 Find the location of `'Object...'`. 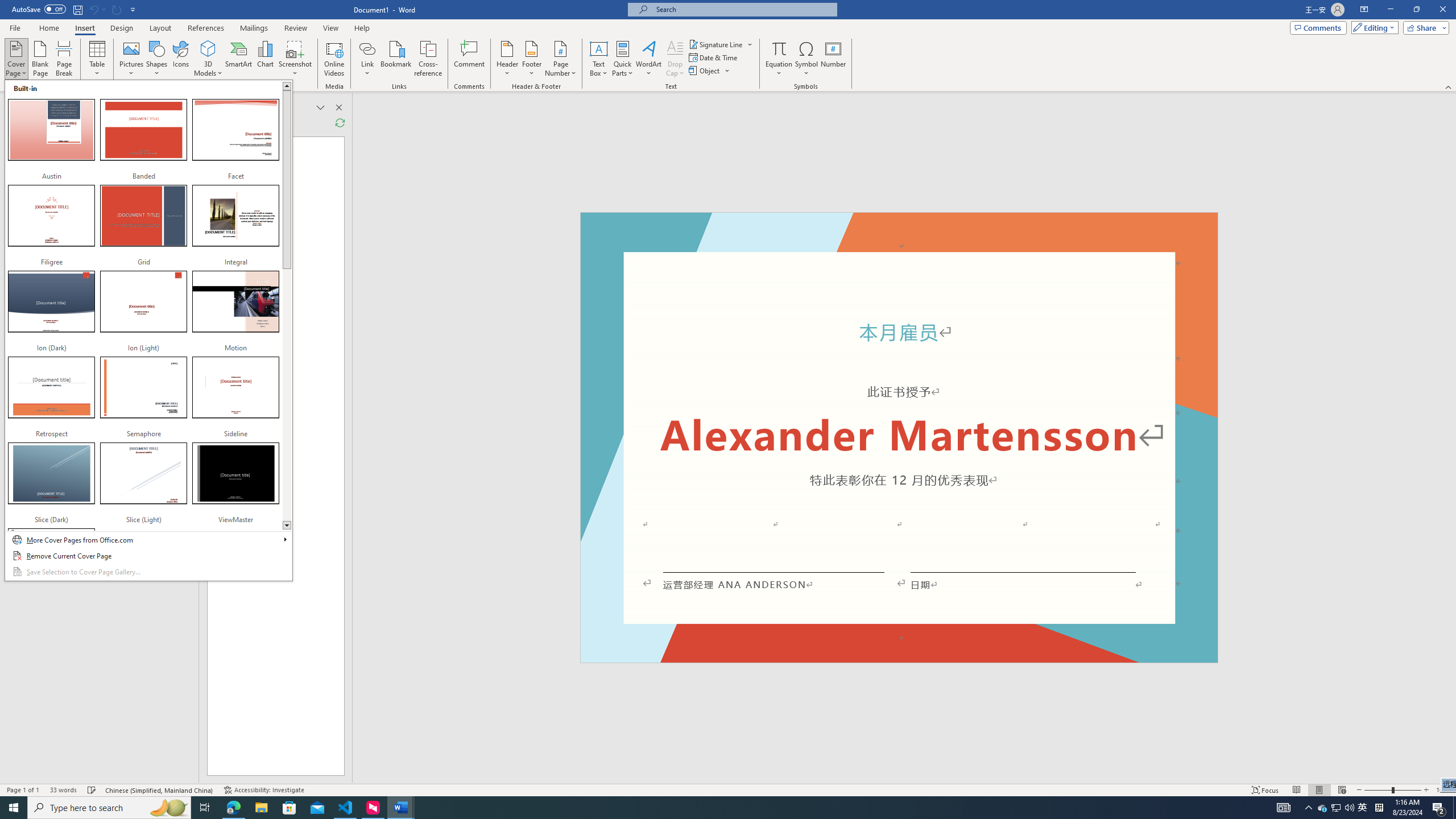

'Object...' is located at coordinates (709, 69).